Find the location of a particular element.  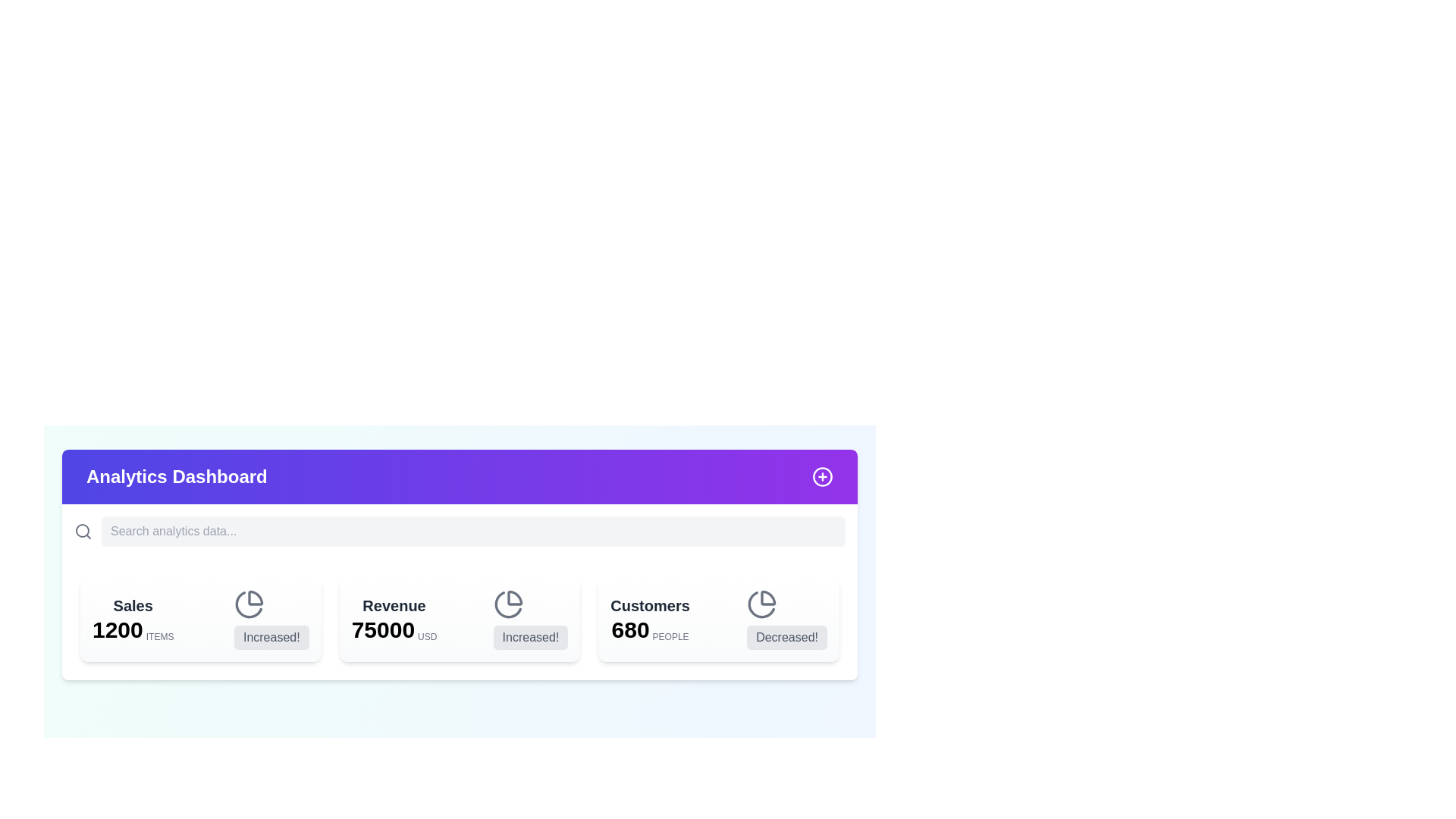

the circular SVG element of the decorative search icon, which is part of the larger magnifying glass icon in the upper left corner of the Analytics Dashboard interface is located at coordinates (82, 529).